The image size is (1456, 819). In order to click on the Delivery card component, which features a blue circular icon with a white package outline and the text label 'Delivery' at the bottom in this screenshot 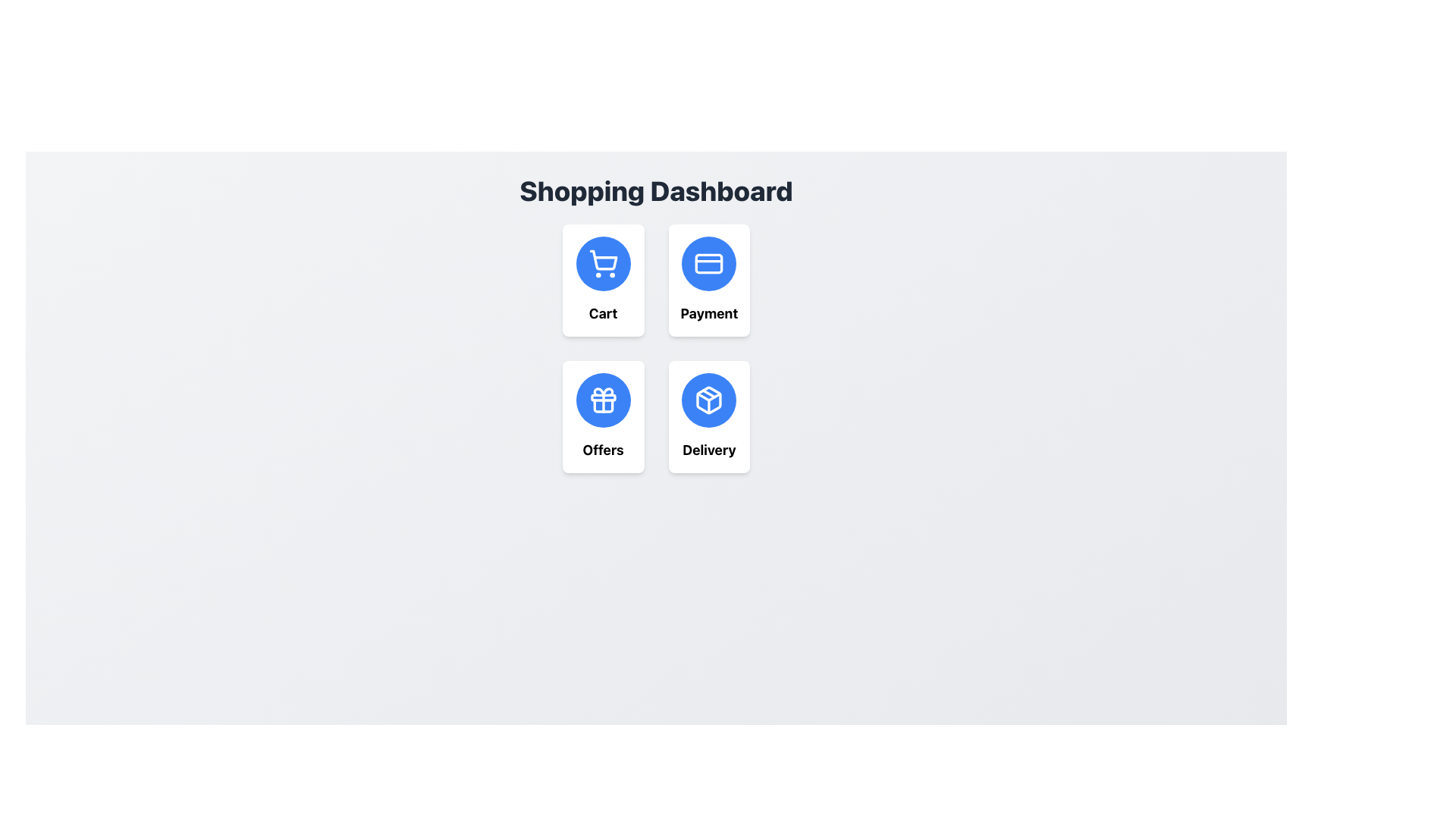, I will do `click(708, 417)`.